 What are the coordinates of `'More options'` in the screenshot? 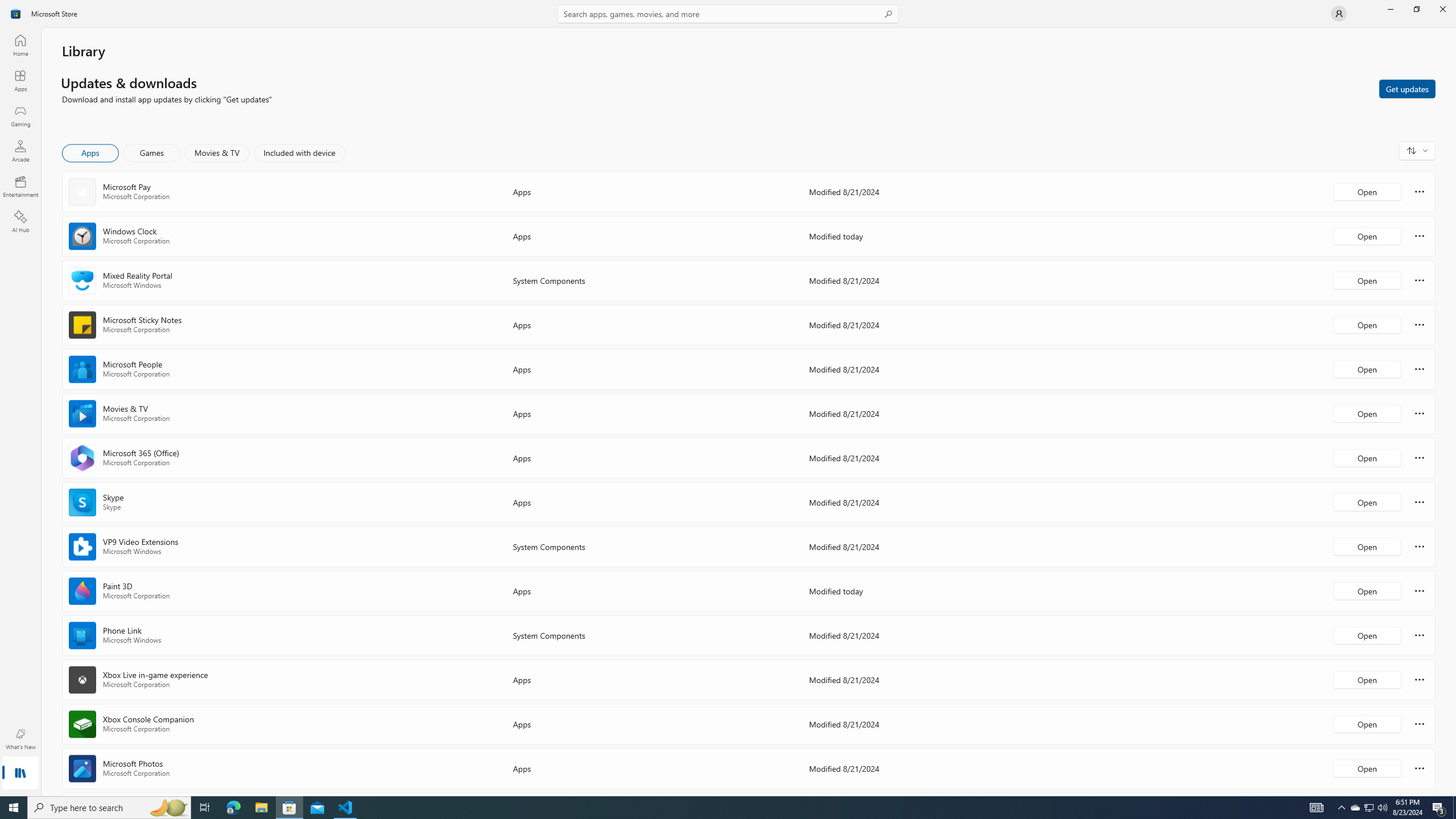 It's located at (1419, 767).